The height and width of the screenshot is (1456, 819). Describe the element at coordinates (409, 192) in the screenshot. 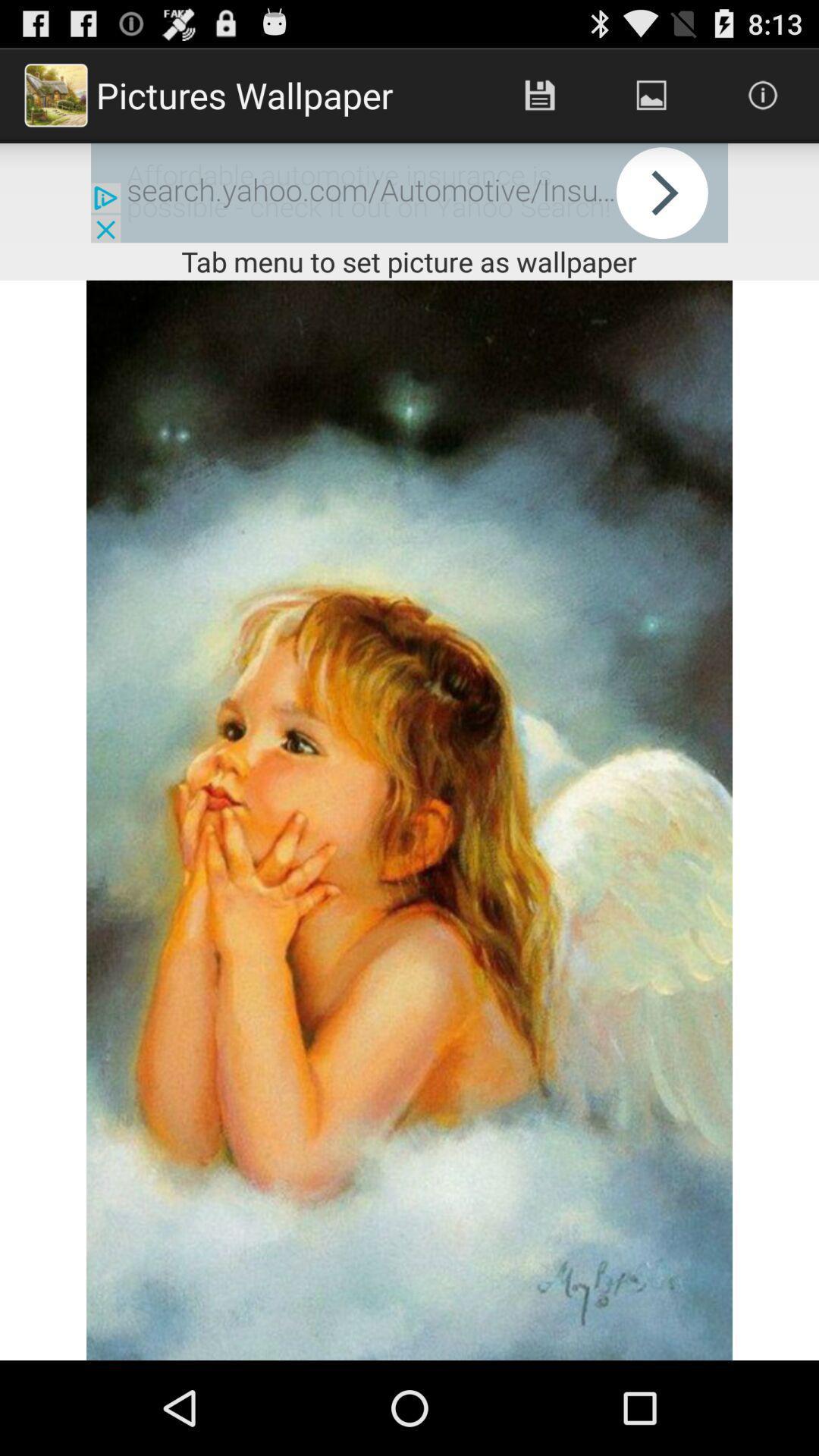

I see `advertisement website` at that location.